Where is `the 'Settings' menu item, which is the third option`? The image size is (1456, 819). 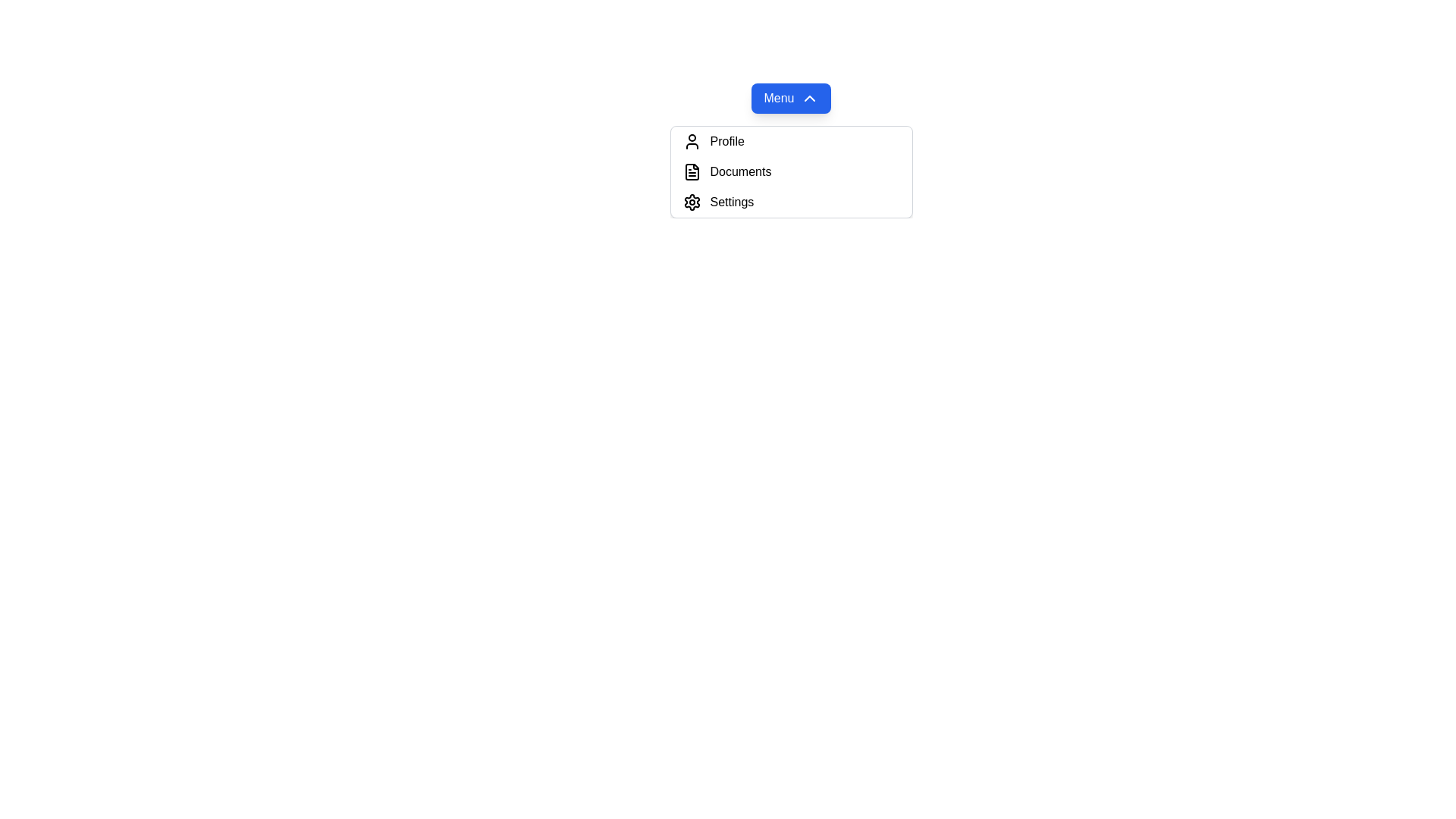
the 'Settings' menu item, which is the third option is located at coordinates (790, 201).